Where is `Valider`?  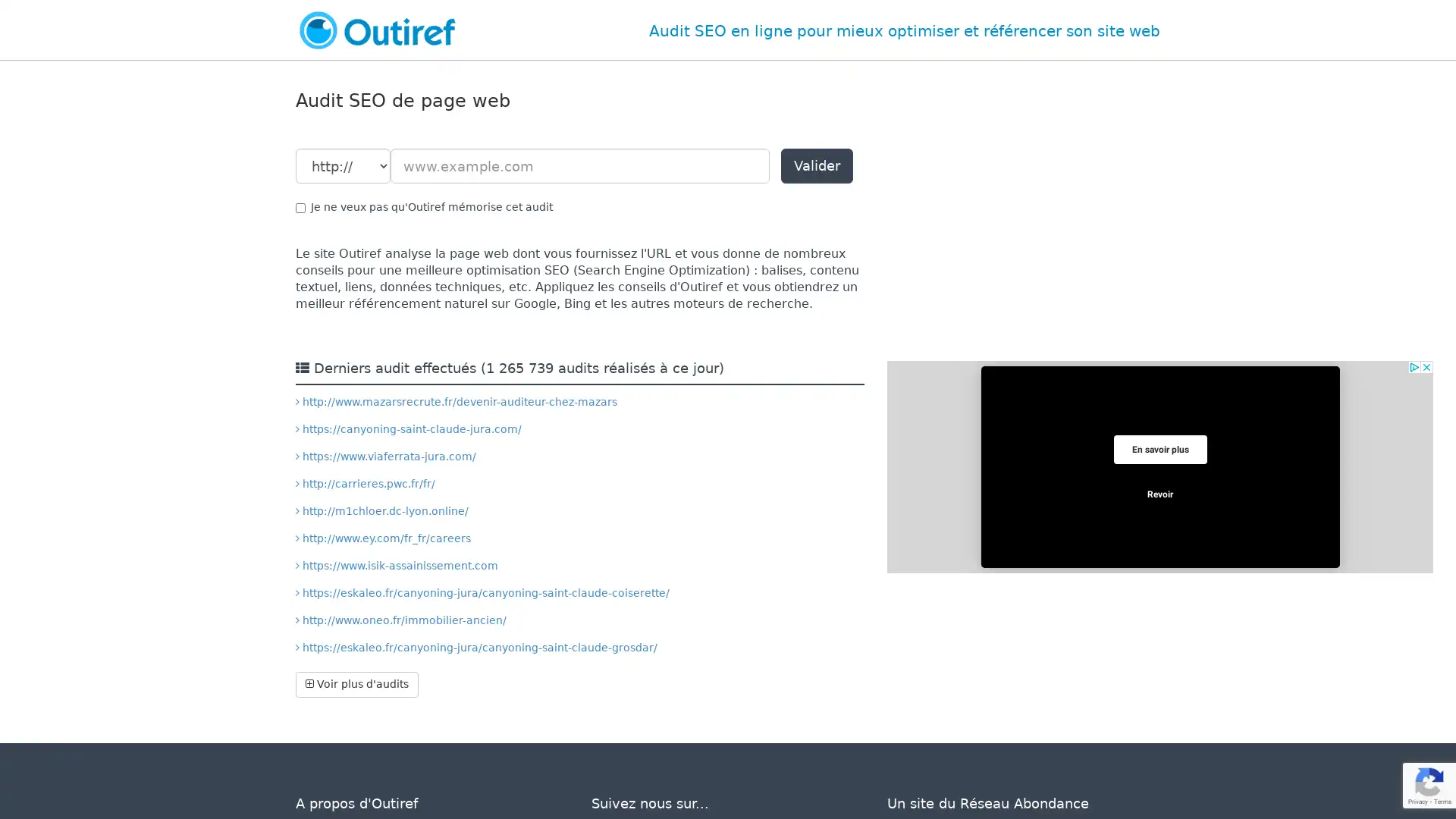
Valider is located at coordinates (816, 166).